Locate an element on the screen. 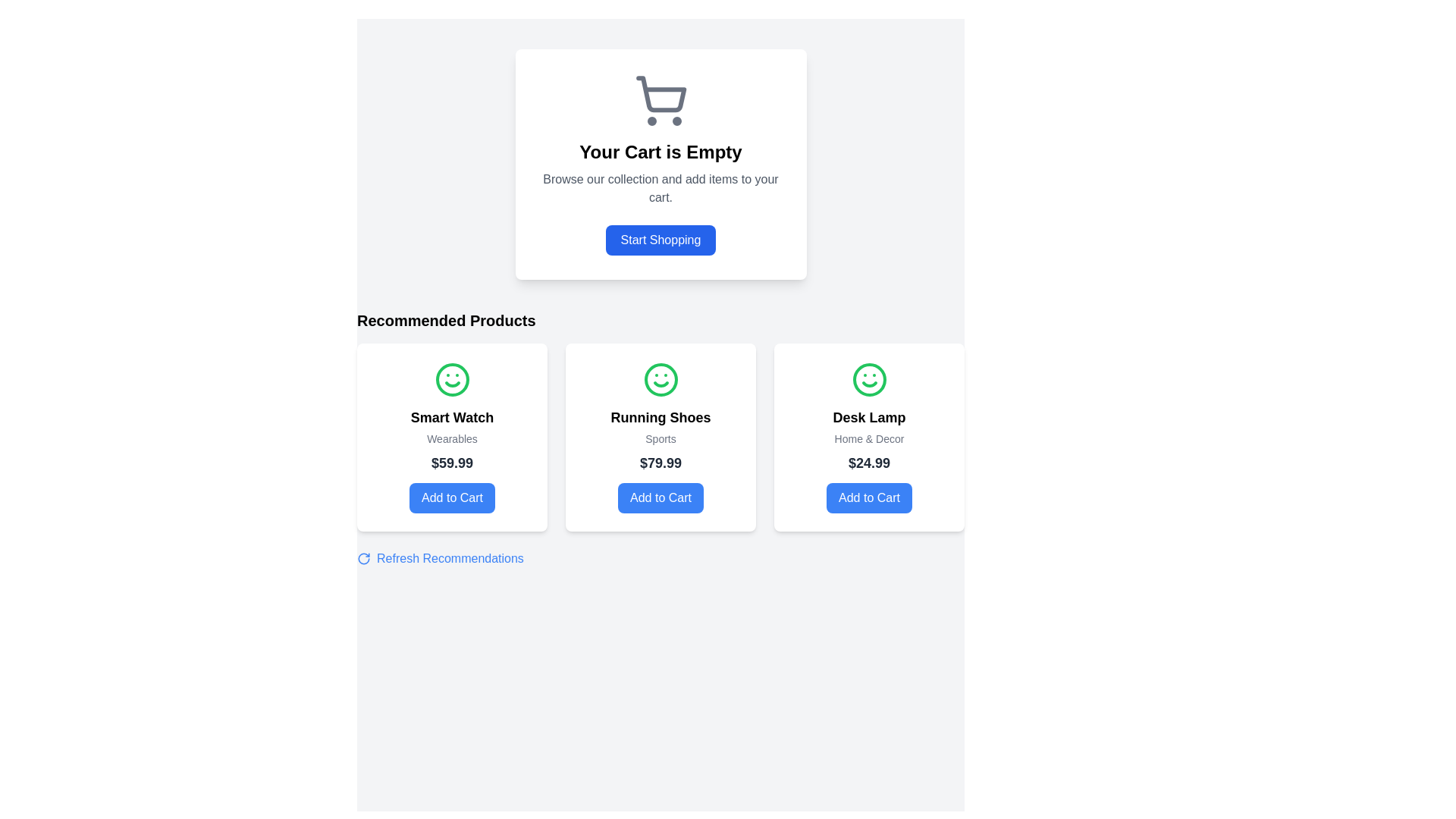 This screenshot has width=1456, height=819. the smile curve within the circular face icon in the middle of the second row of the 'Recommended Products' section is located at coordinates (451, 383).